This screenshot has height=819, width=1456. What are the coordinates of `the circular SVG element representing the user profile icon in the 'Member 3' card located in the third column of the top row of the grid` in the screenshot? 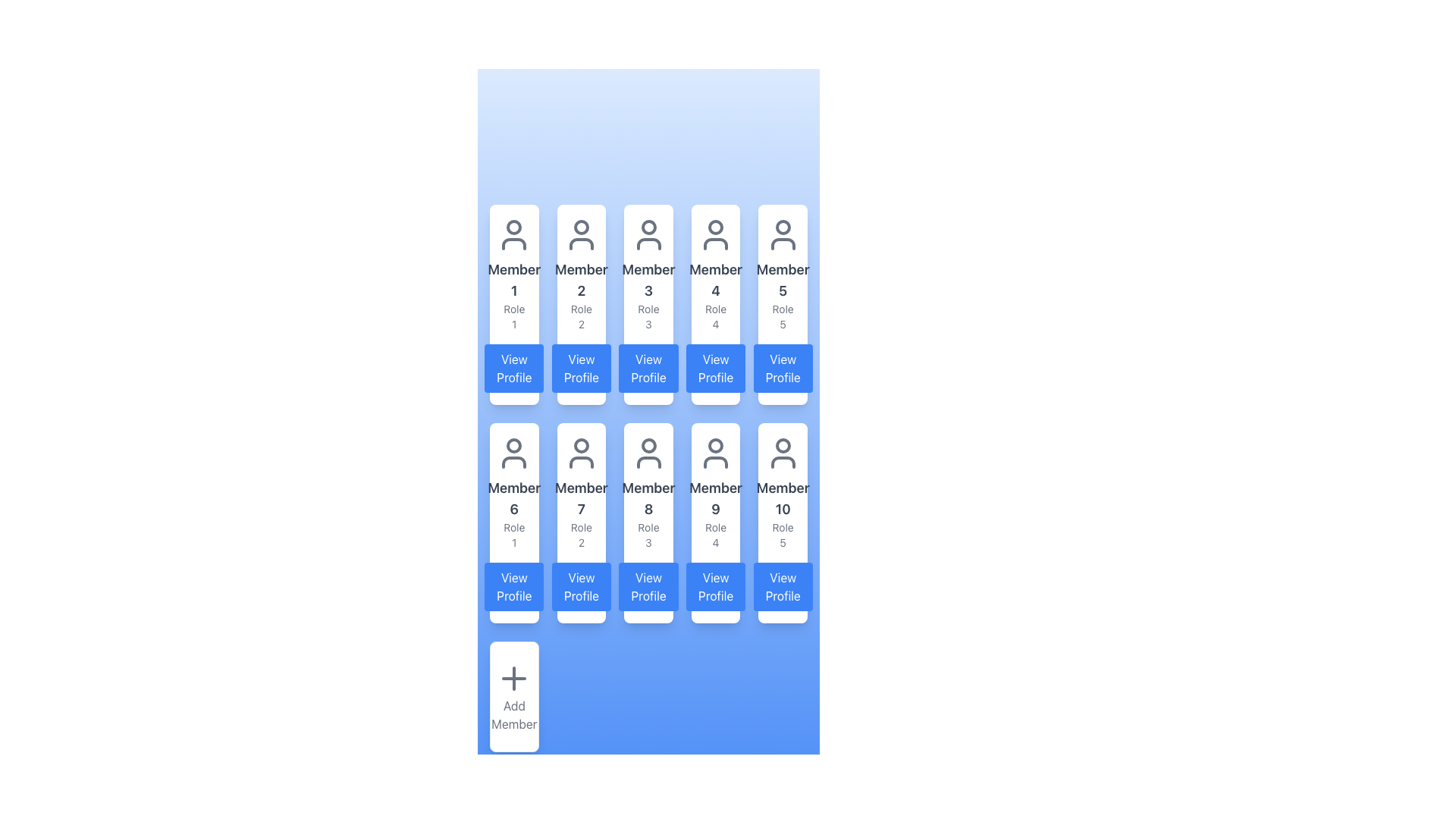 It's located at (648, 227).